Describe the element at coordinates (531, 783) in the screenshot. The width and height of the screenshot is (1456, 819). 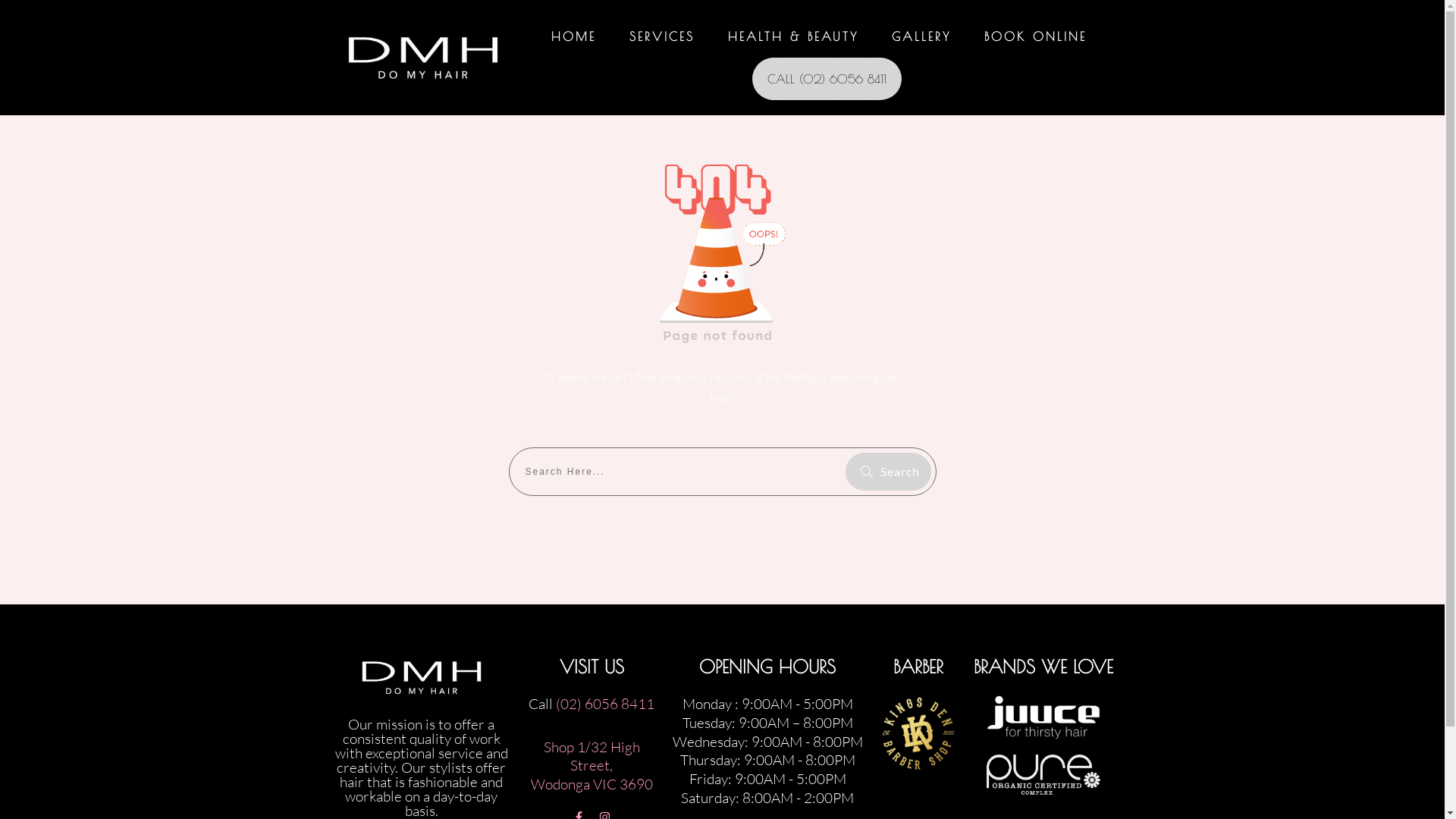
I see `'Wodonga VIC 3690'` at that location.